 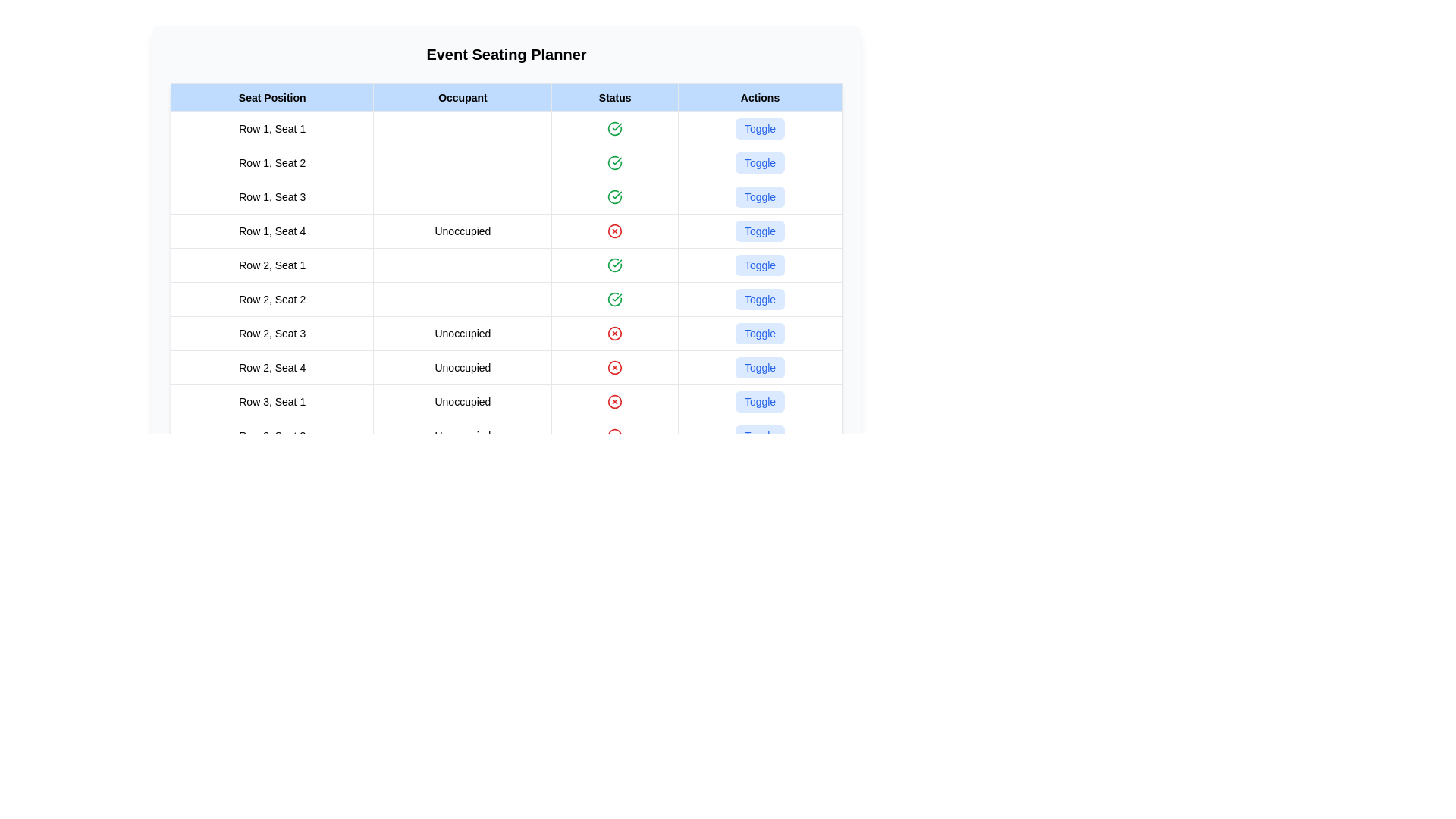 I want to click on the circular green outlined icon with a checkmark indicating a positive status, located in the 'Status' column of the second row in the 'Event Seating Planner' table, so click(x=615, y=163).